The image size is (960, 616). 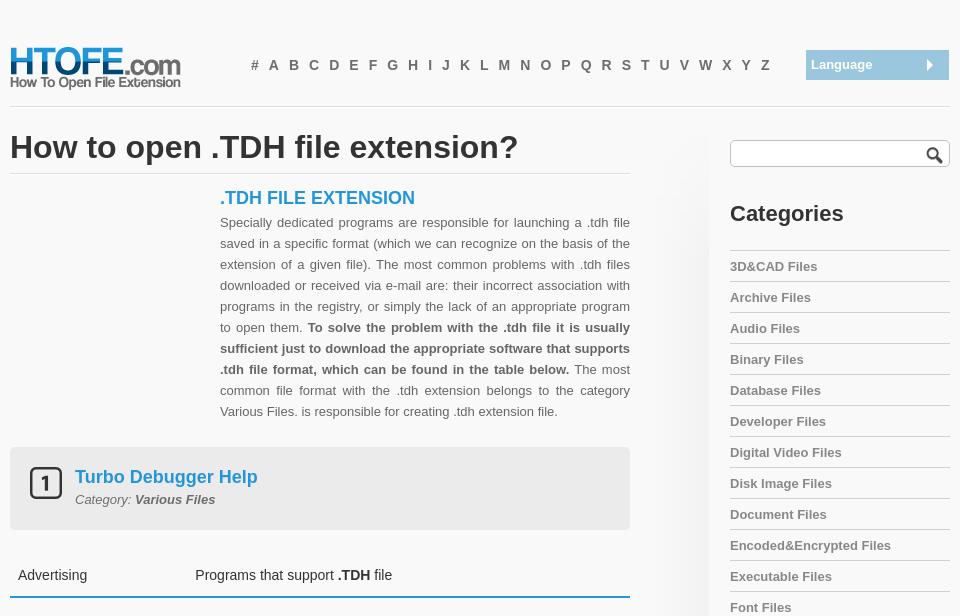 What do you see at coordinates (74, 498) in the screenshot?
I see `'Category:'` at bounding box center [74, 498].